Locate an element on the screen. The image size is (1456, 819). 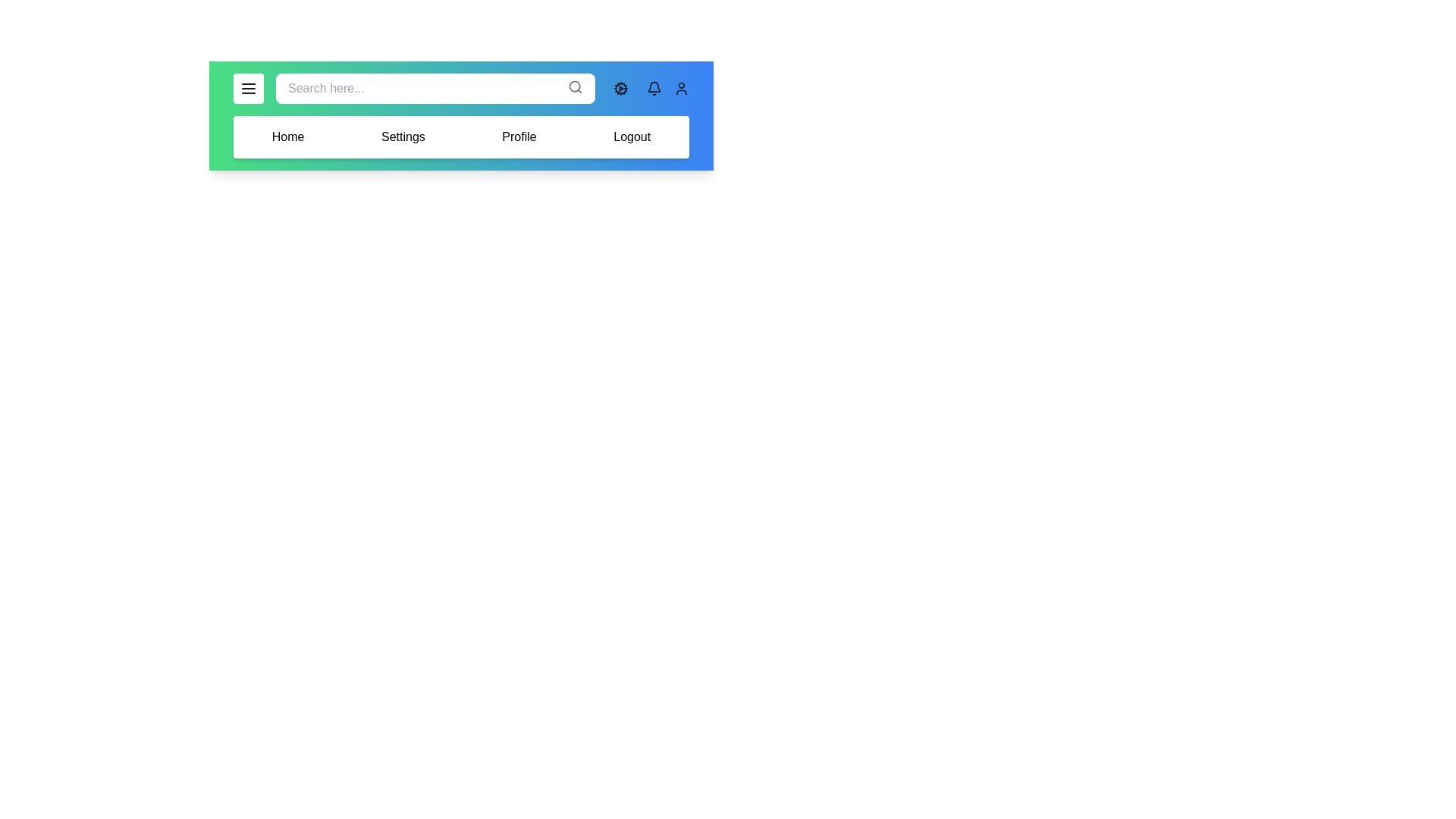
the notification bell icon is located at coordinates (654, 88).